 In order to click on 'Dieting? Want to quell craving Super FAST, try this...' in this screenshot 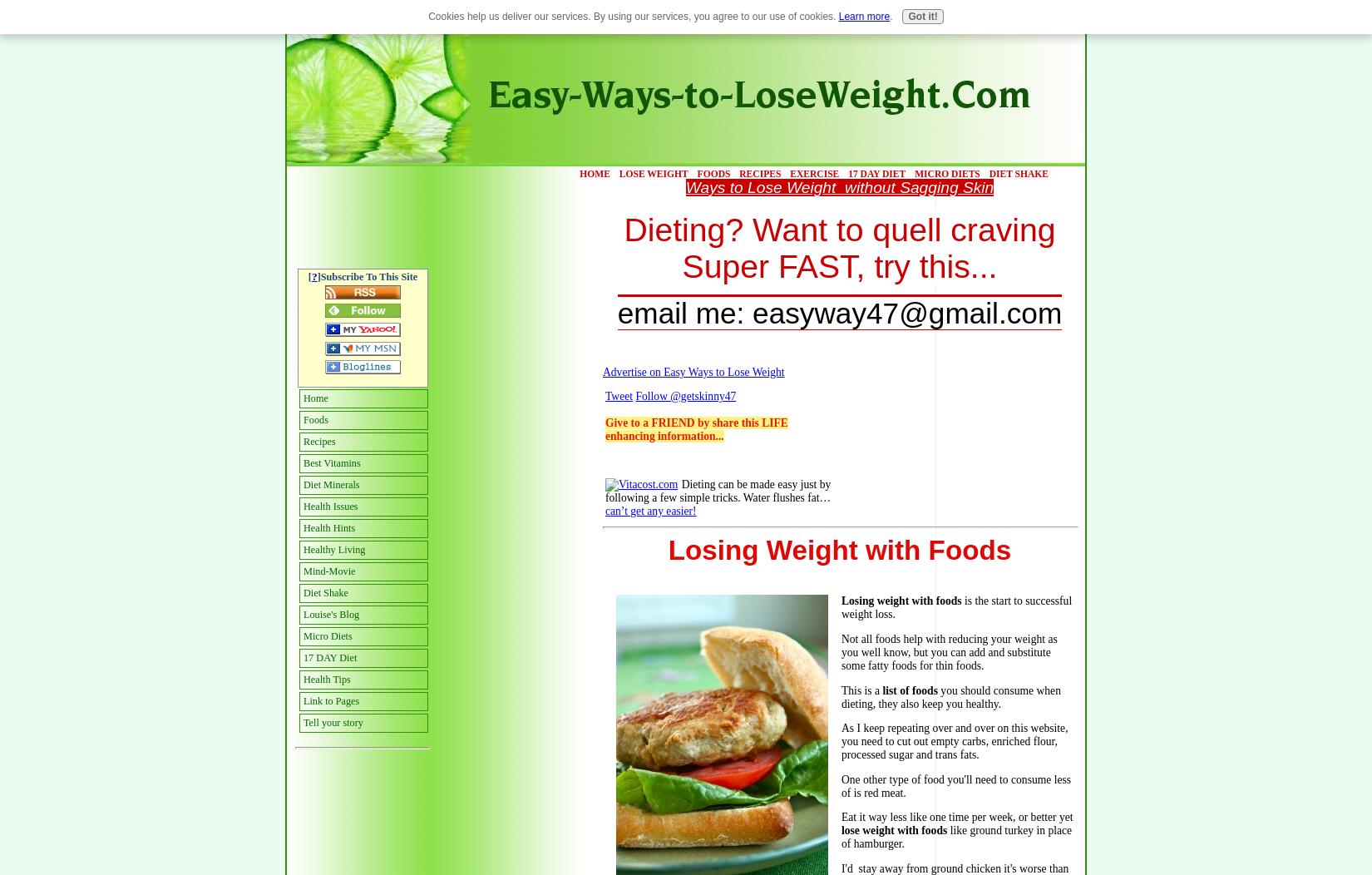, I will do `click(839, 248)`.